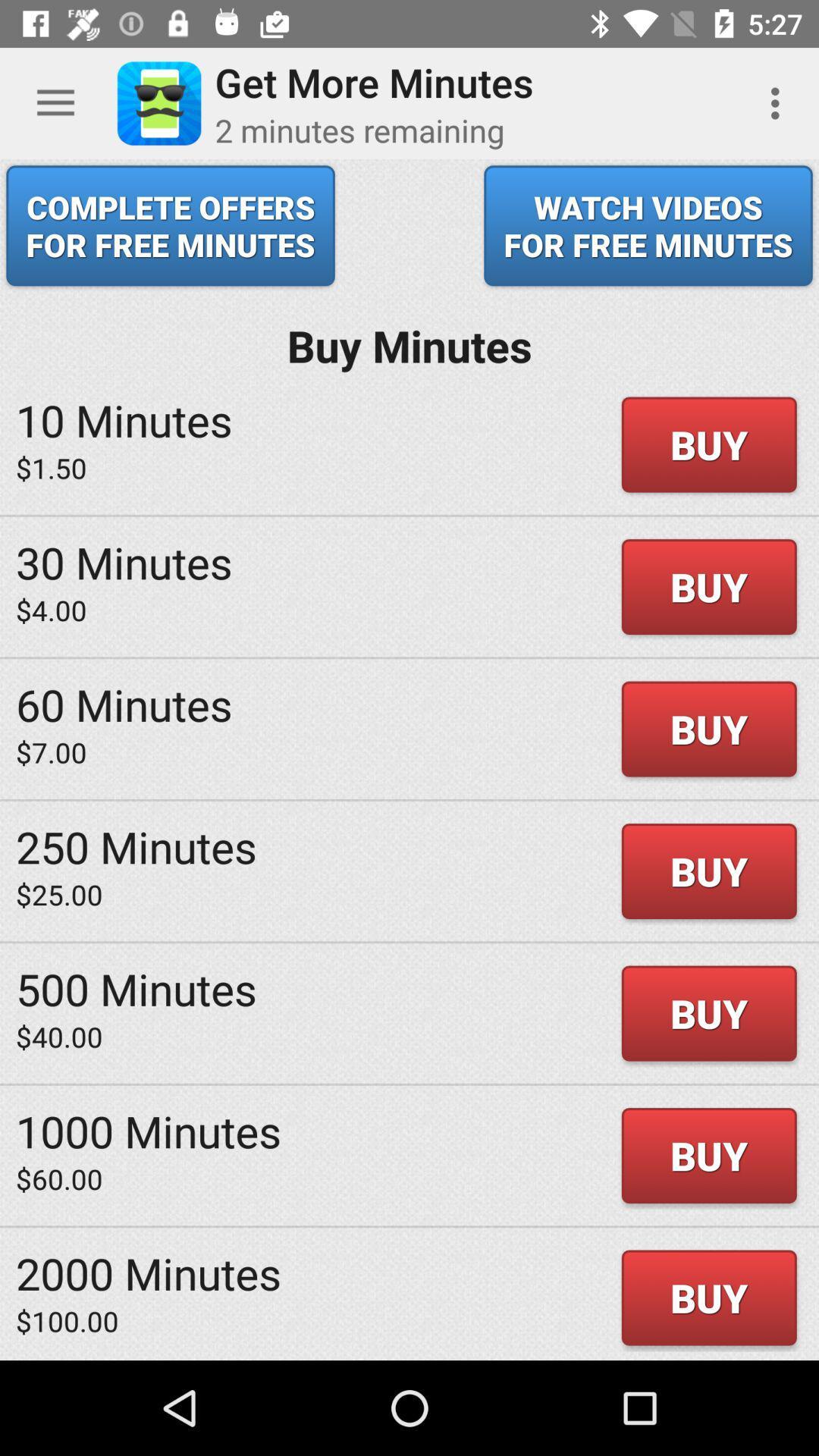 The width and height of the screenshot is (819, 1456). I want to click on 60 minutes item, so click(123, 703).